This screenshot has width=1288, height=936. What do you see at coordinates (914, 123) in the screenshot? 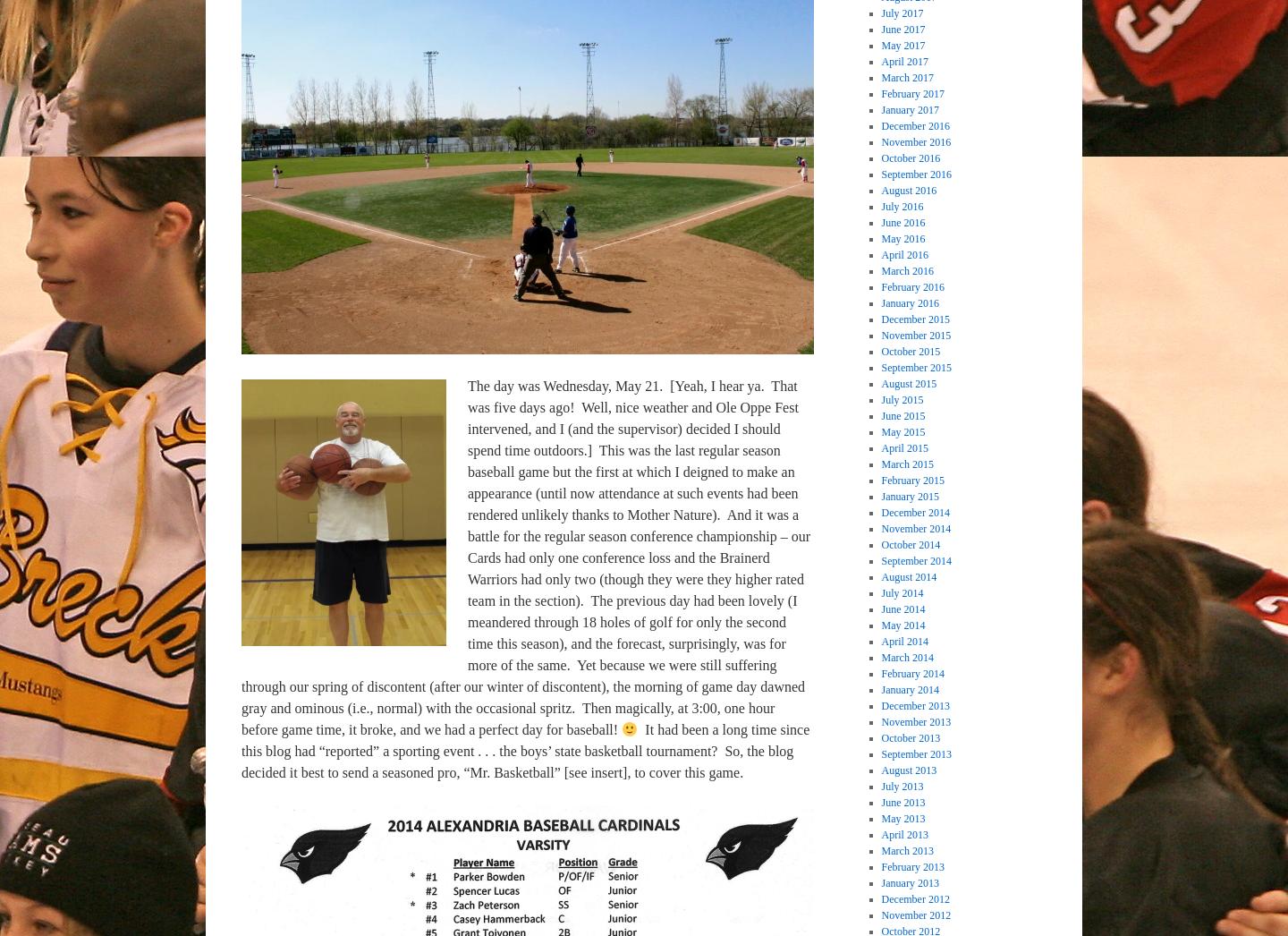
I see `'December 2016'` at bounding box center [914, 123].